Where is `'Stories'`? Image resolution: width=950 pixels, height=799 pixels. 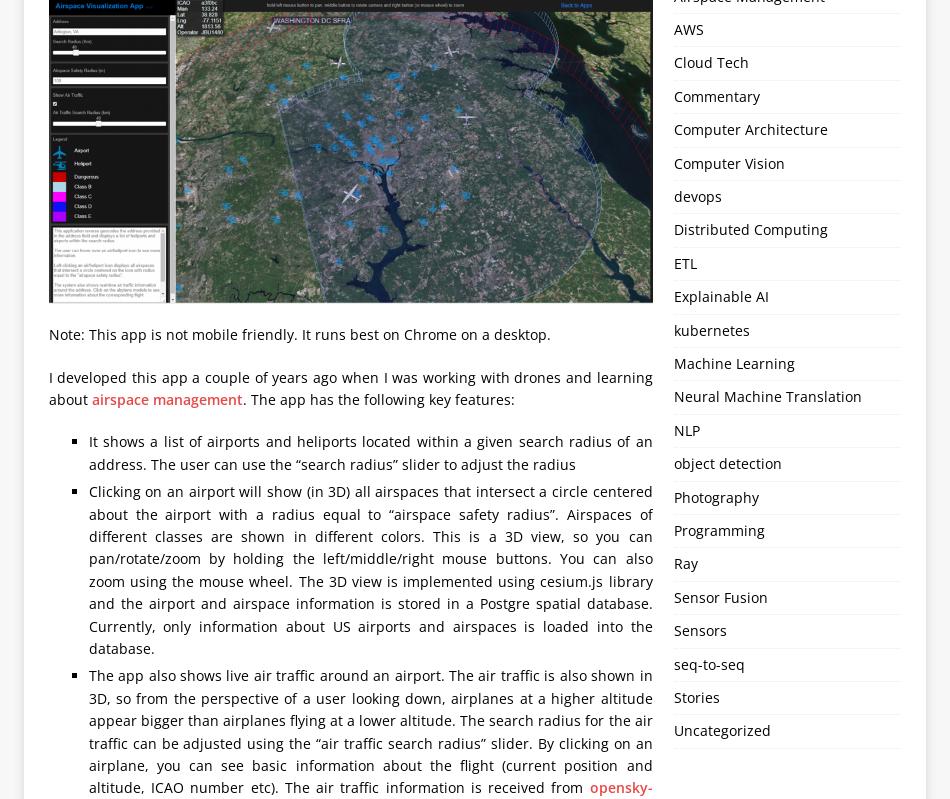 'Stories' is located at coordinates (672, 696).